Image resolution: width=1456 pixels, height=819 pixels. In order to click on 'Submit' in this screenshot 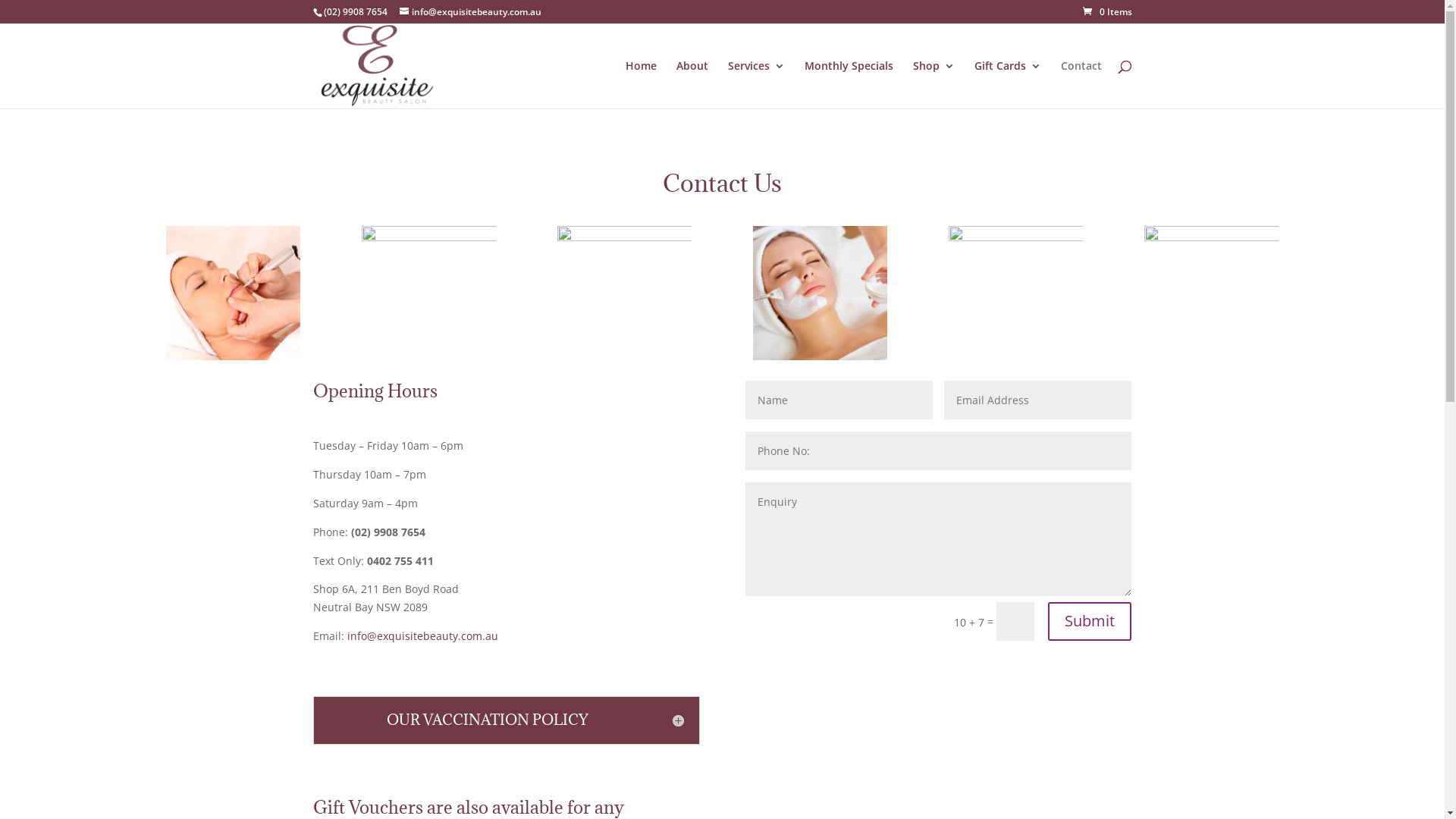, I will do `click(1088, 621)`.